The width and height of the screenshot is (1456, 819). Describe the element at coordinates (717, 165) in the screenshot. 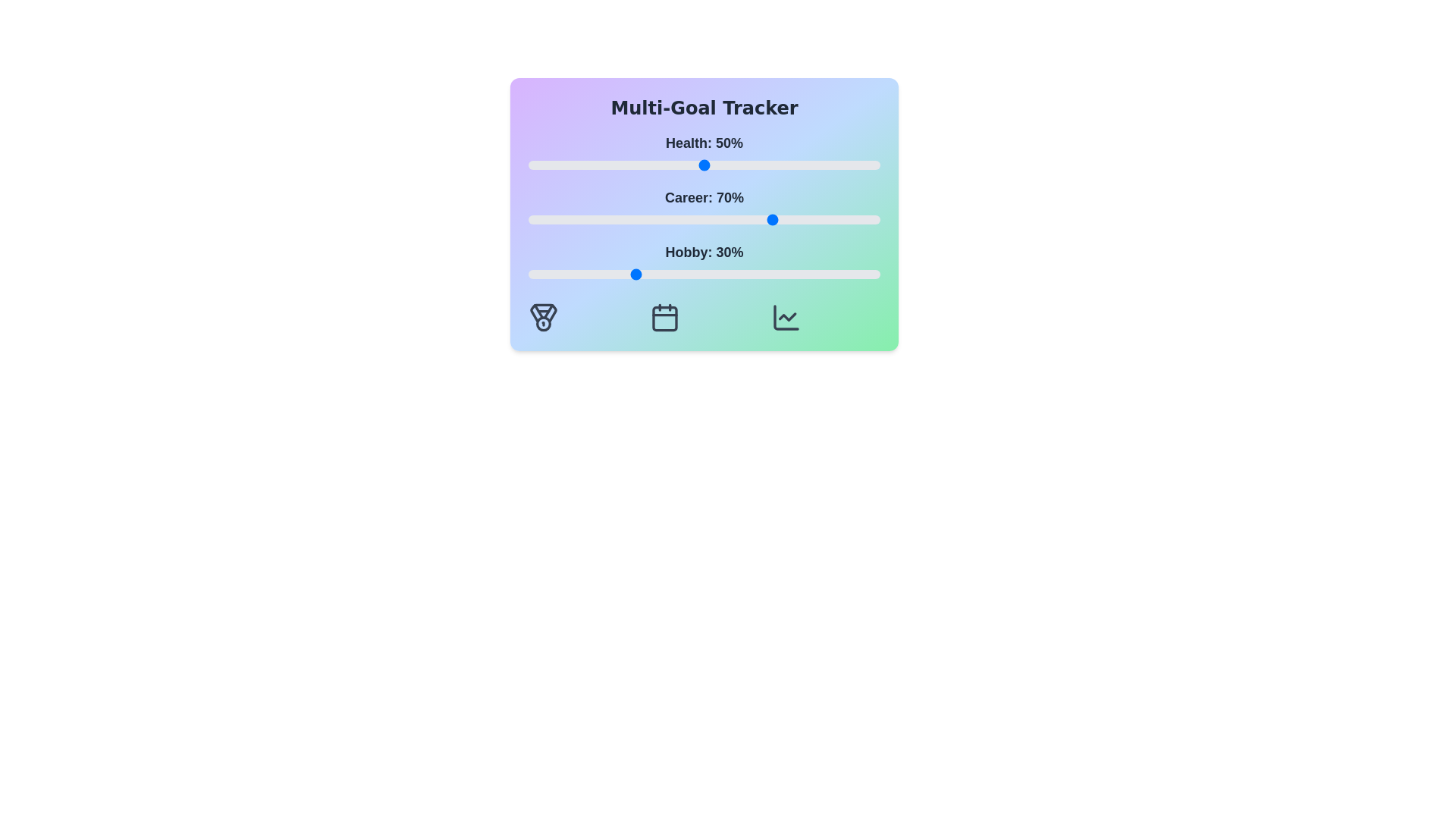

I see `the 'Health' slider to 54%` at that location.